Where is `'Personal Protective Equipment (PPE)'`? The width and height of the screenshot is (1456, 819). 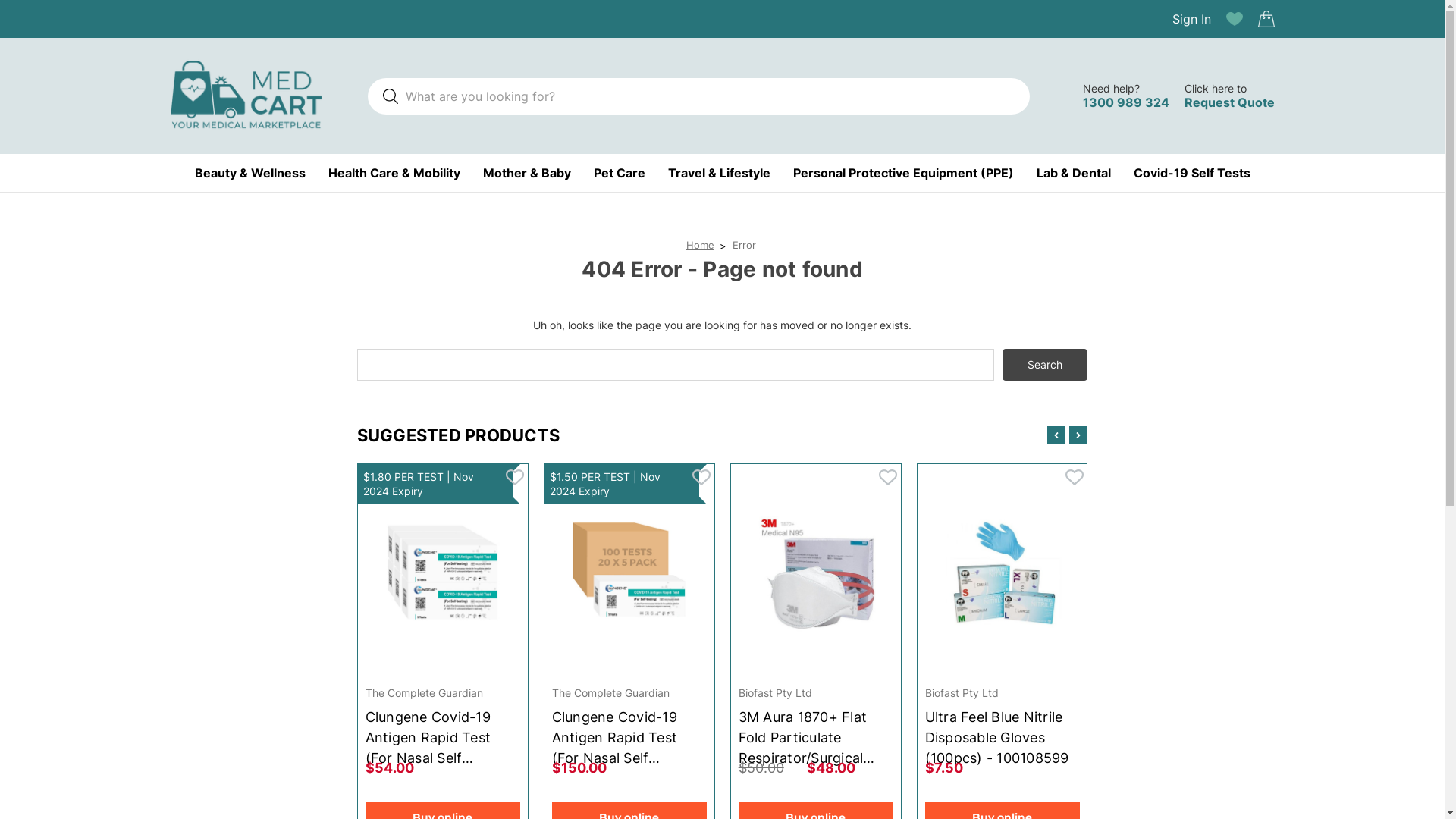
'Personal Protective Equipment (PPE)' is located at coordinates (903, 171).